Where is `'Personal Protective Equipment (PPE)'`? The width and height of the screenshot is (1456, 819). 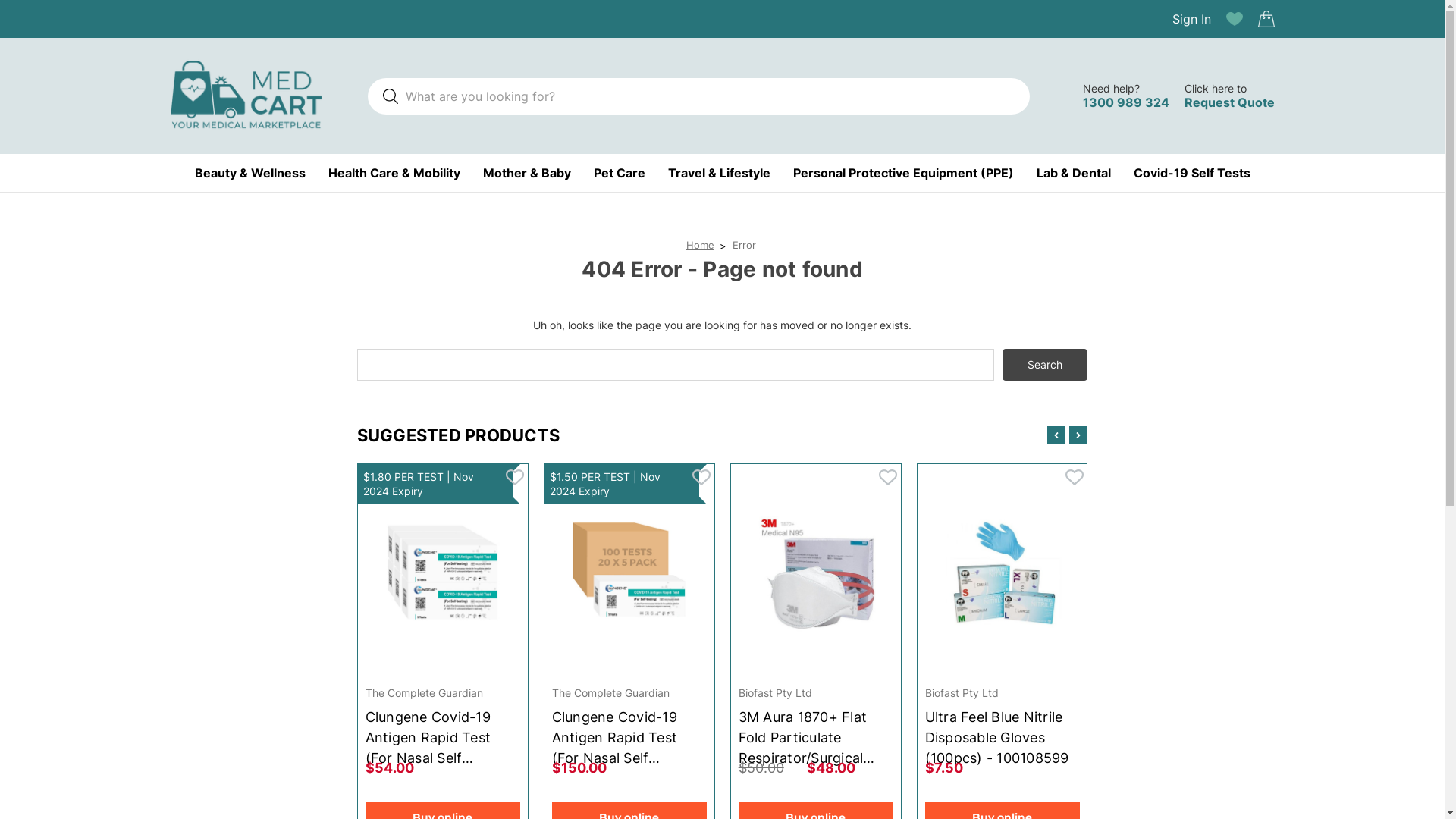
'Personal Protective Equipment (PPE)' is located at coordinates (903, 171).